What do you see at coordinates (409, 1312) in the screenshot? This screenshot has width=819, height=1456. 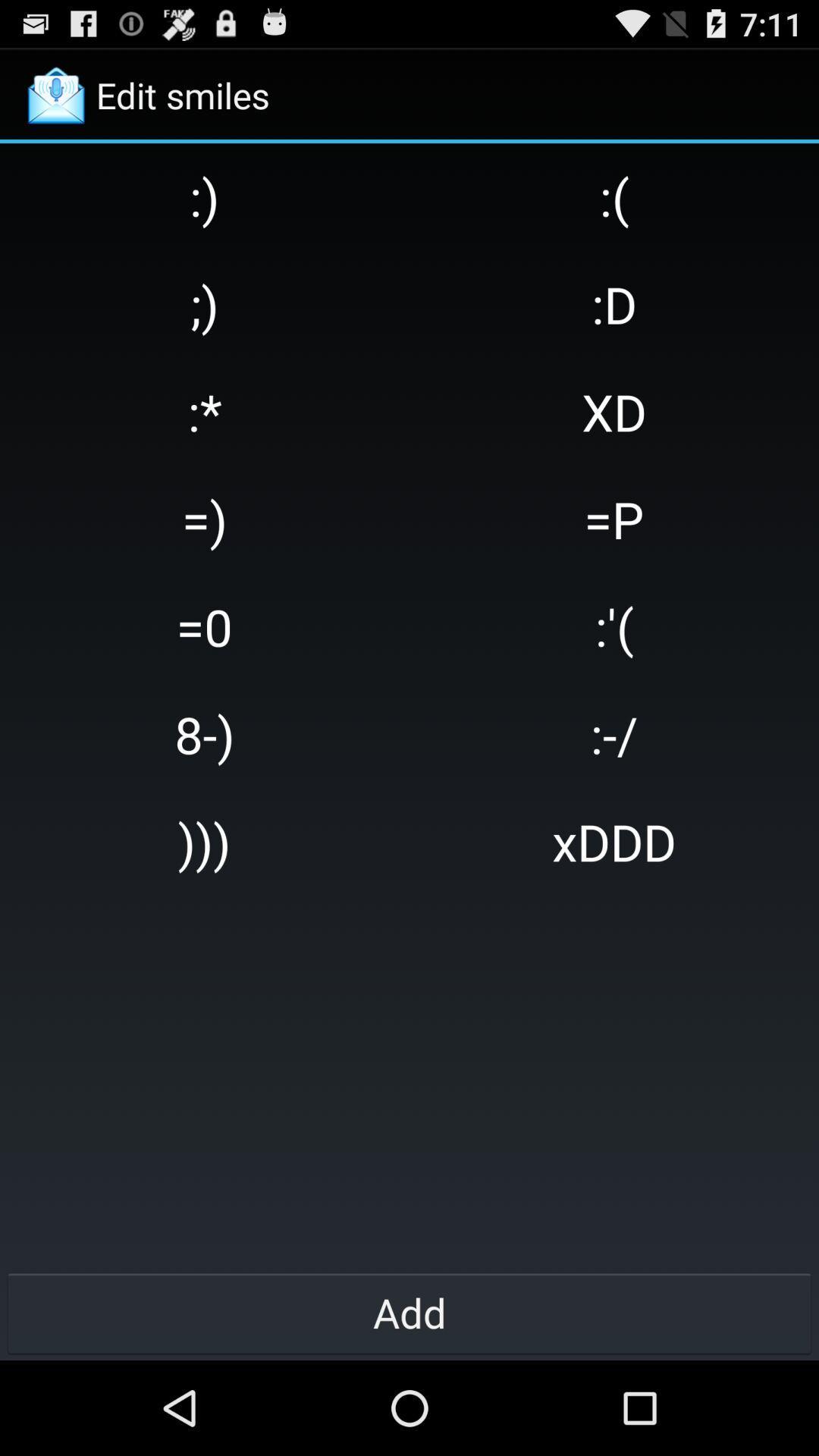 I see `the app below the )))` at bounding box center [409, 1312].